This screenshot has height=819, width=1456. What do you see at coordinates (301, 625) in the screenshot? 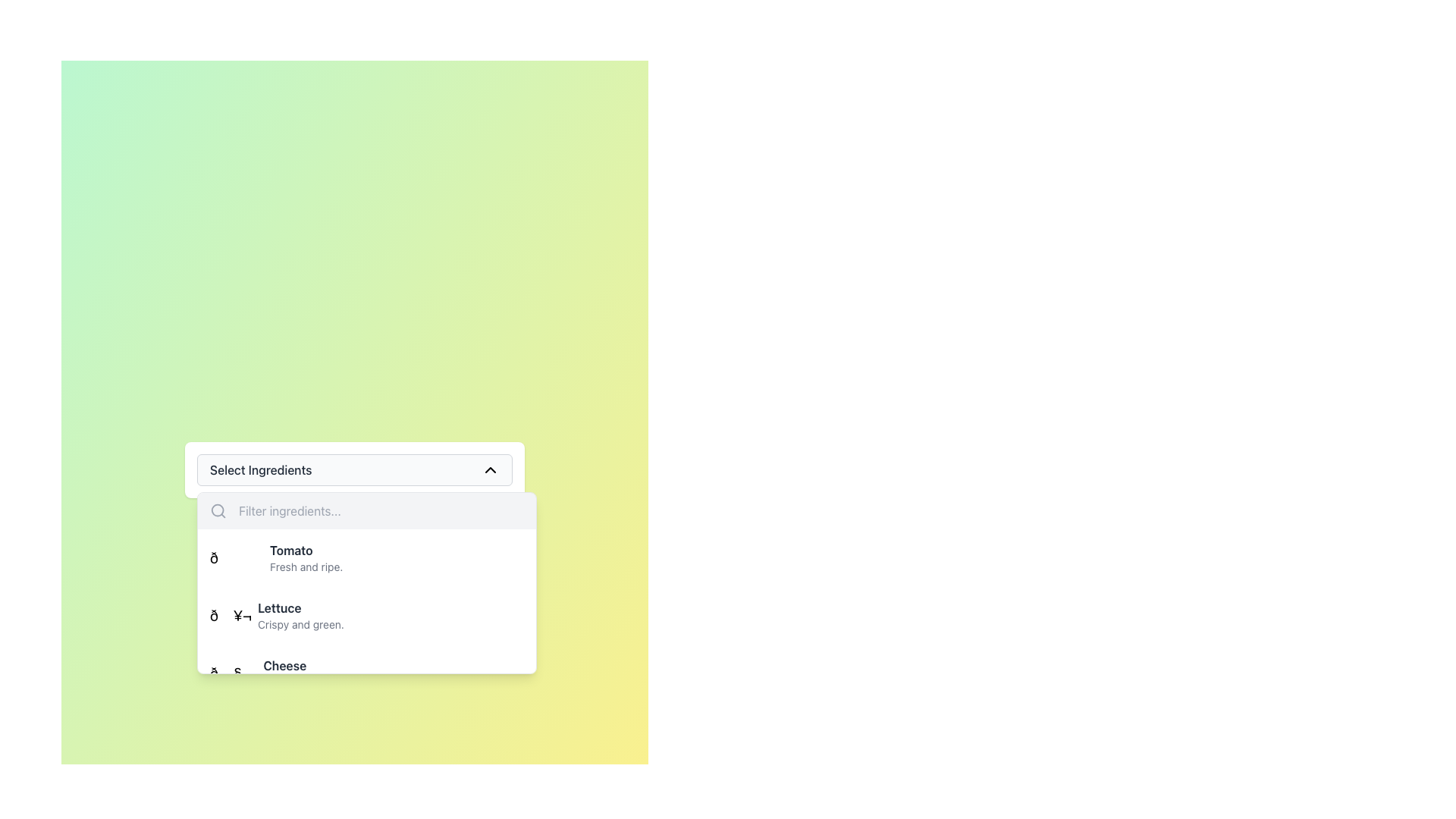
I see `the text element that displays 'Crispy and green.' located below the title 'Lettuce' in the dropdown list` at bounding box center [301, 625].